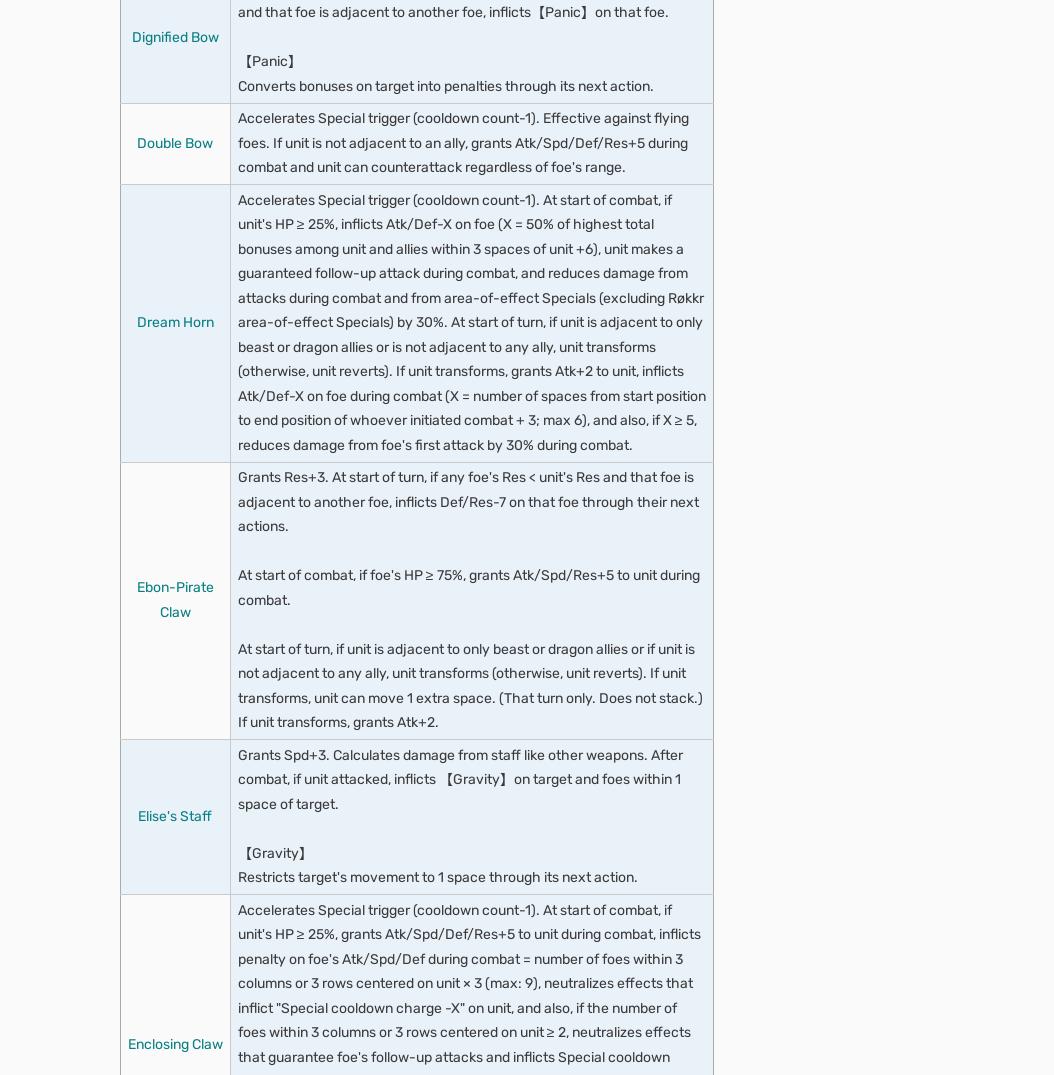 This screenshot has width=1054, height=1075. Describe the element at coordinates (456, 996) in the screenshot. I see `'Unit can move to a space adjacent to any ally within 2 spaces.'` at that location.